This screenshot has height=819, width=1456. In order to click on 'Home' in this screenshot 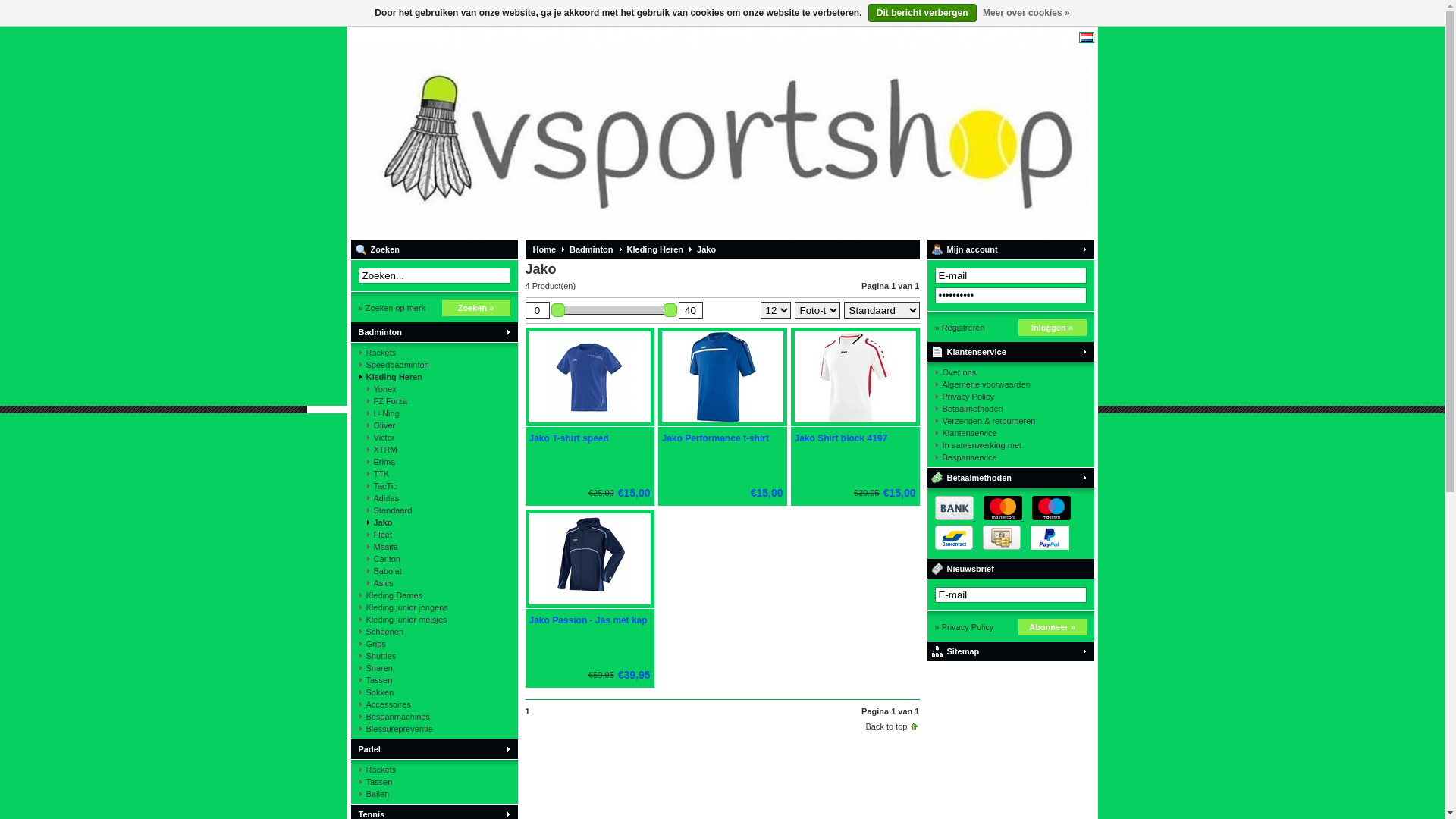, I will do `click(540, 248)`.